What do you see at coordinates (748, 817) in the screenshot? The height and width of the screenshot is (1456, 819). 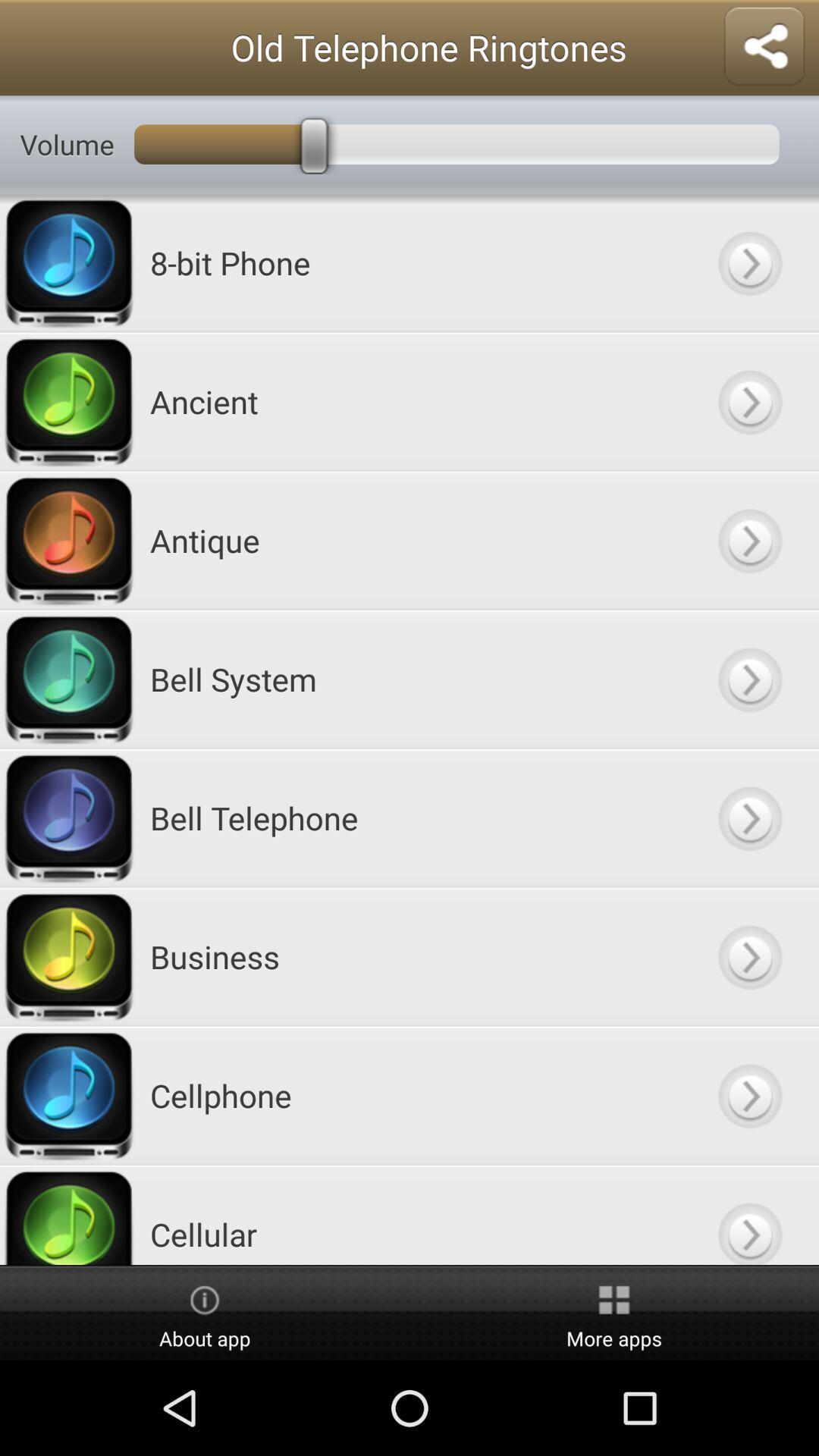 I see `bell telephone sound` at bounding box center [748, 817].